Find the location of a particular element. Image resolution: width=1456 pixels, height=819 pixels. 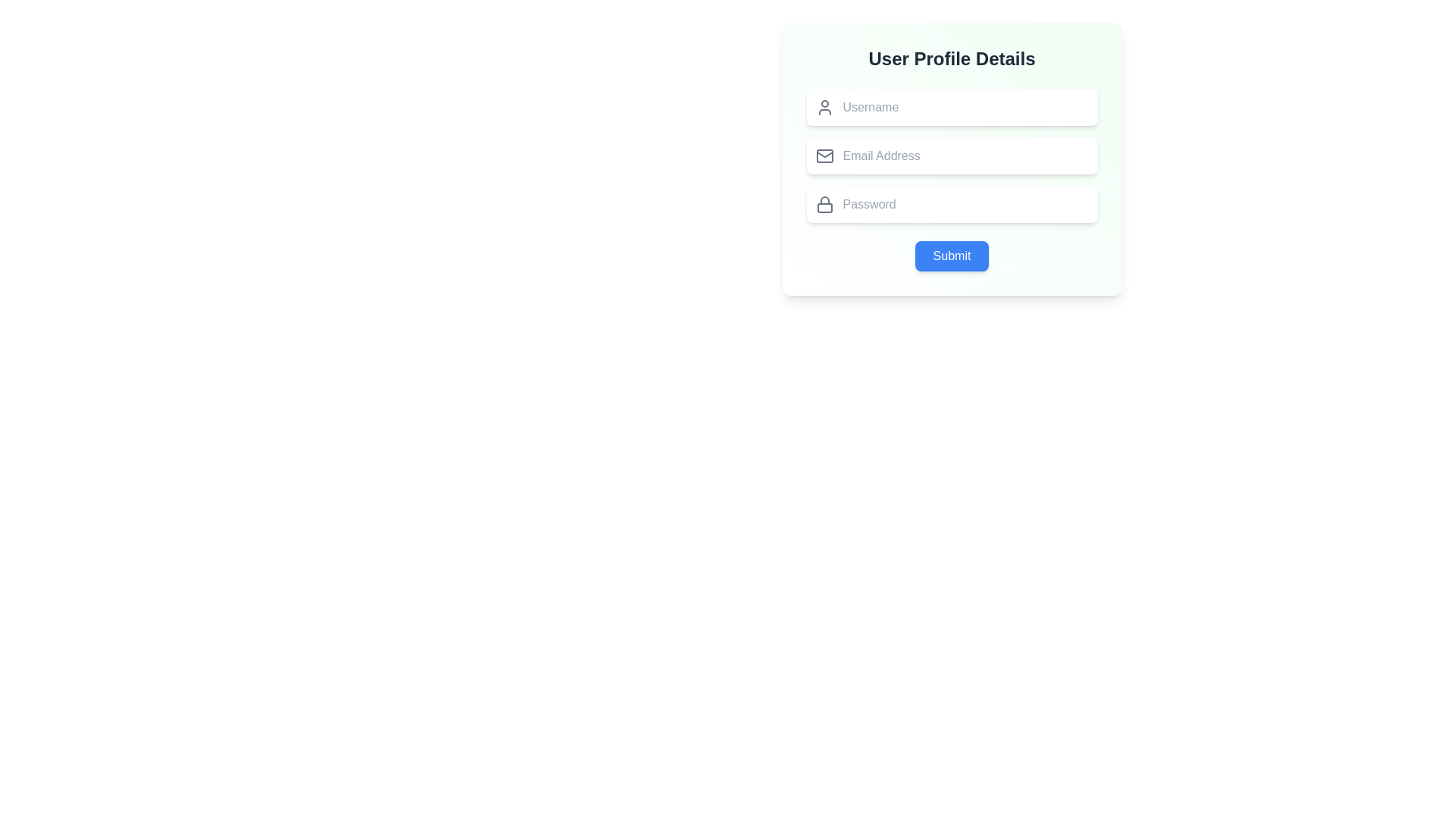

the security icon located to the left of the password input field in the 'User Profile Details' form is located at coordinates (824, 205).